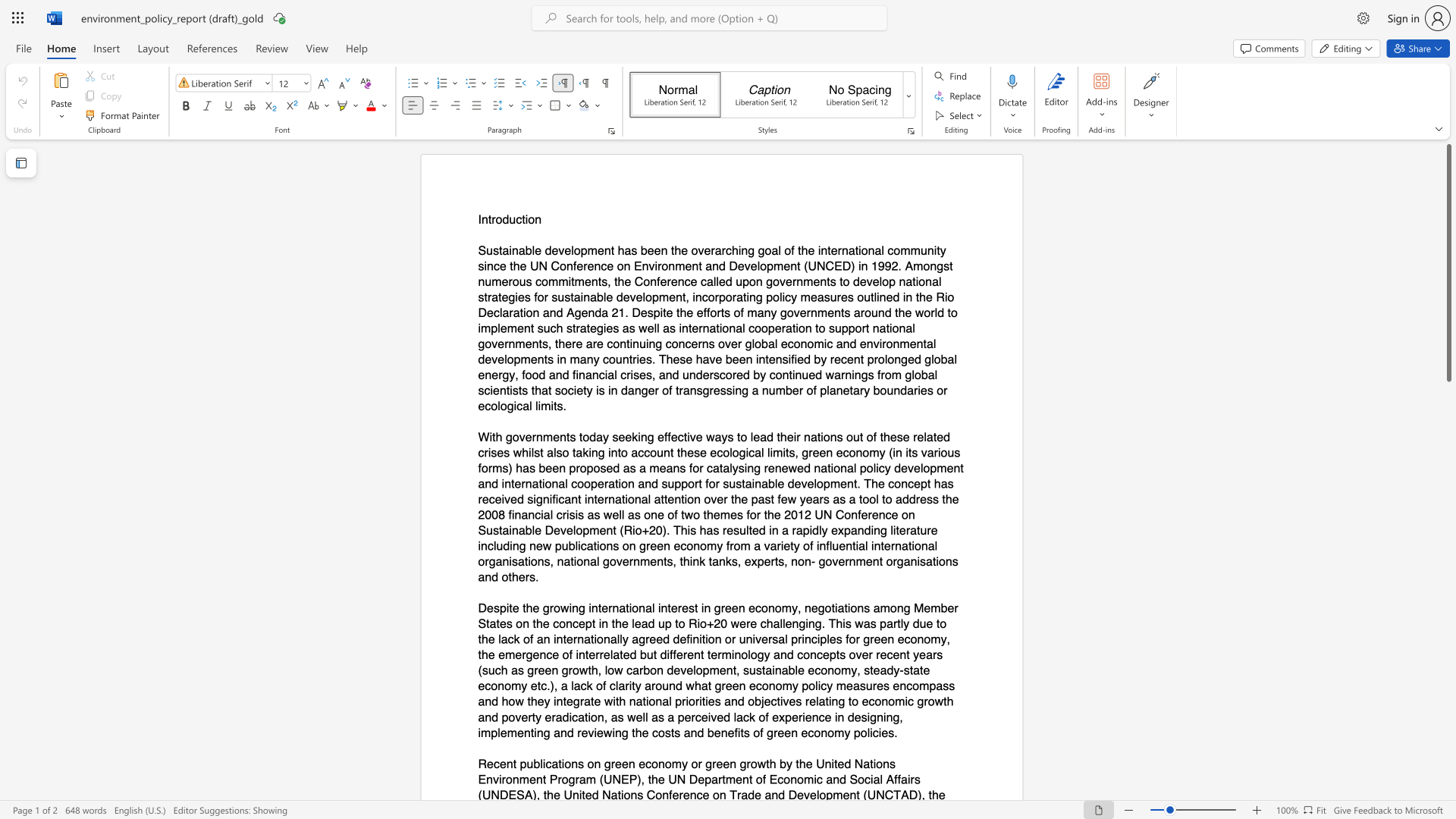 The width and height of the screenshot is (1456, 819). What do you see at coordinates (1448, 469) in the screenshot?
I see `the right-hand scrollbar to descend the page` at bounding box center [1448, 469].